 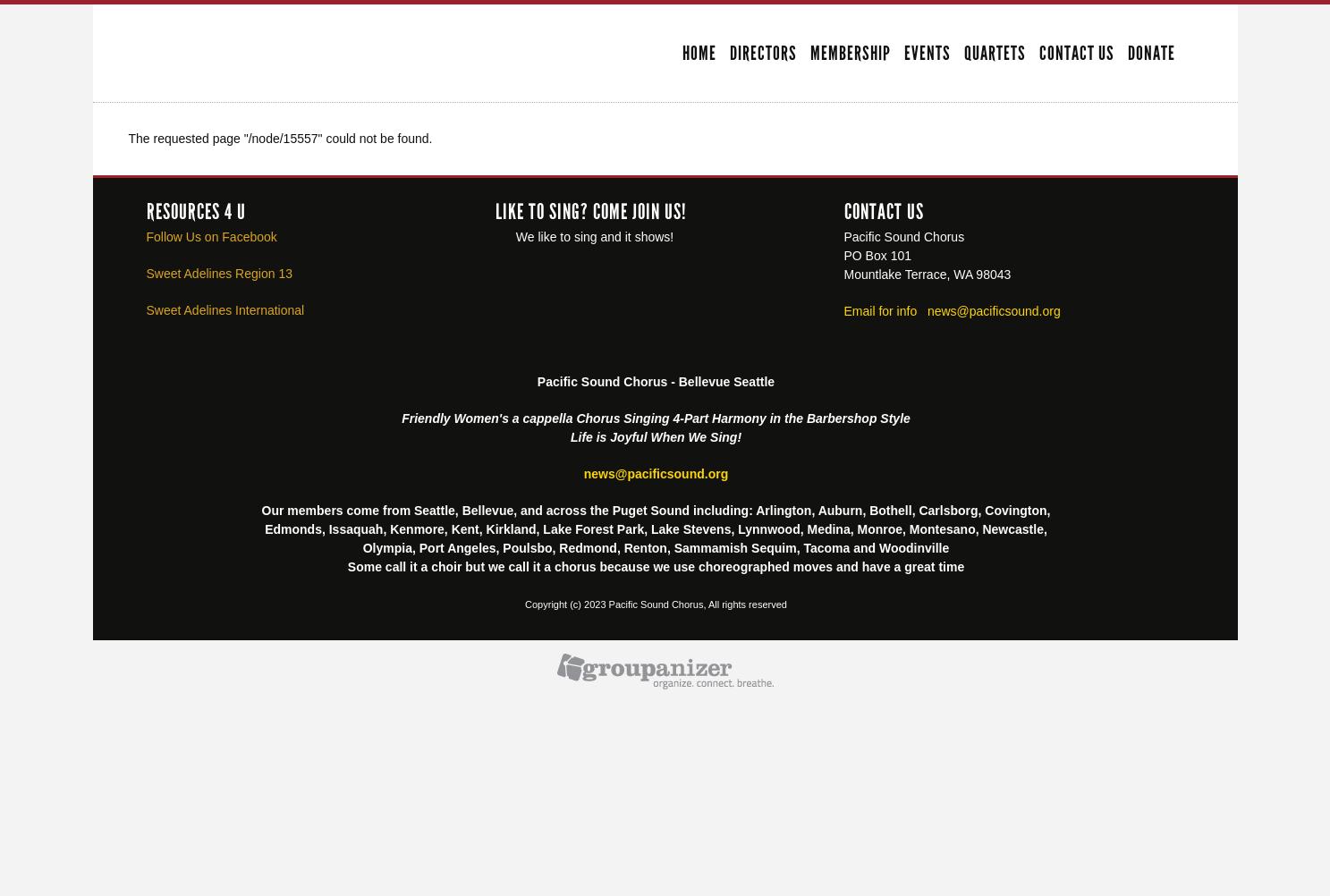 What do you see at coordinates (209, 235) in the screenshot?
I see `'Follow Us on Facebook'` at bounding box center [209, 235].